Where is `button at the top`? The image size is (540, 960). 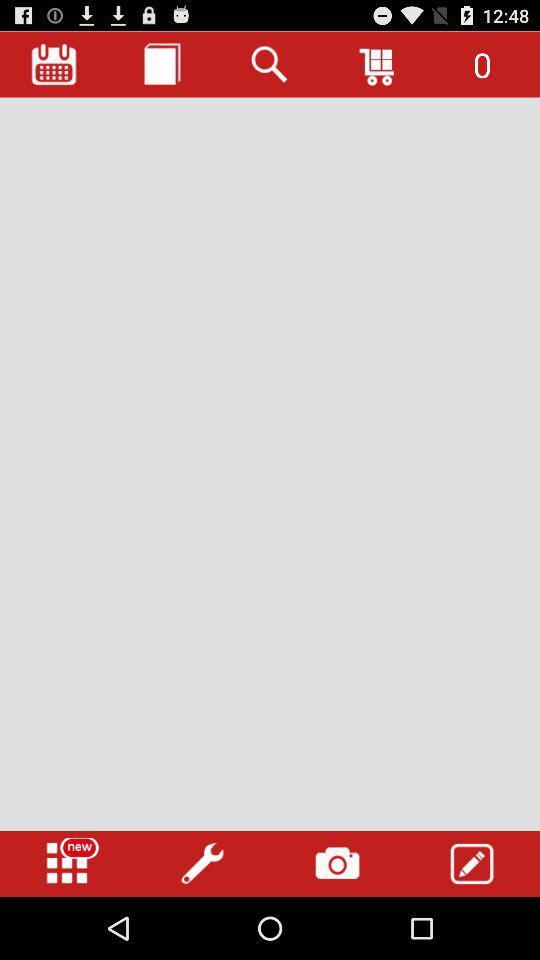
button at the top is located at coordinates (270, 64).